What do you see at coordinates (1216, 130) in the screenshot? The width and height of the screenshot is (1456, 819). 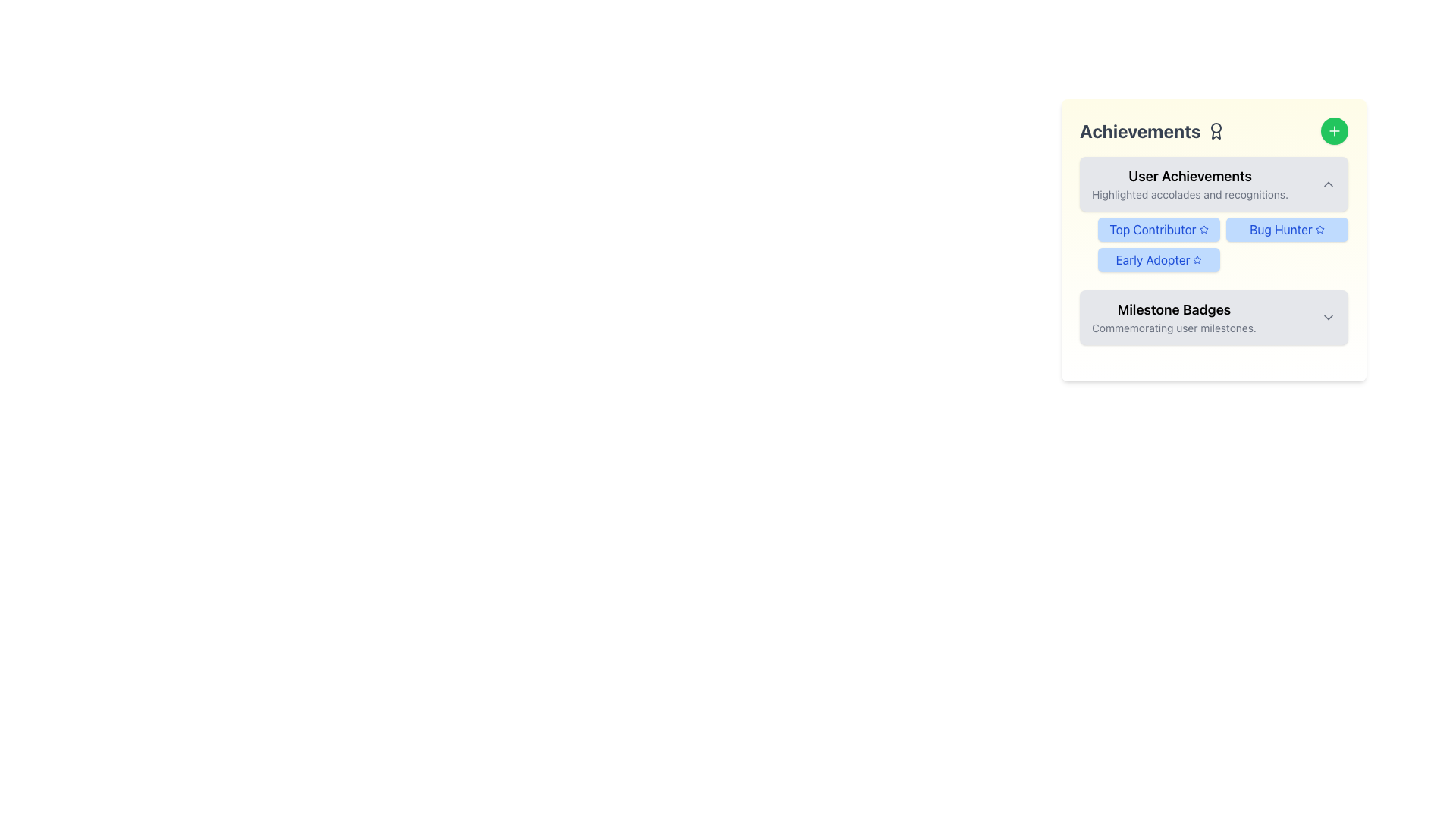 I see `the award or badge icon located next to the 'Achievements' header text at the top of the user achievements section` at bounding box center [1216, 130].